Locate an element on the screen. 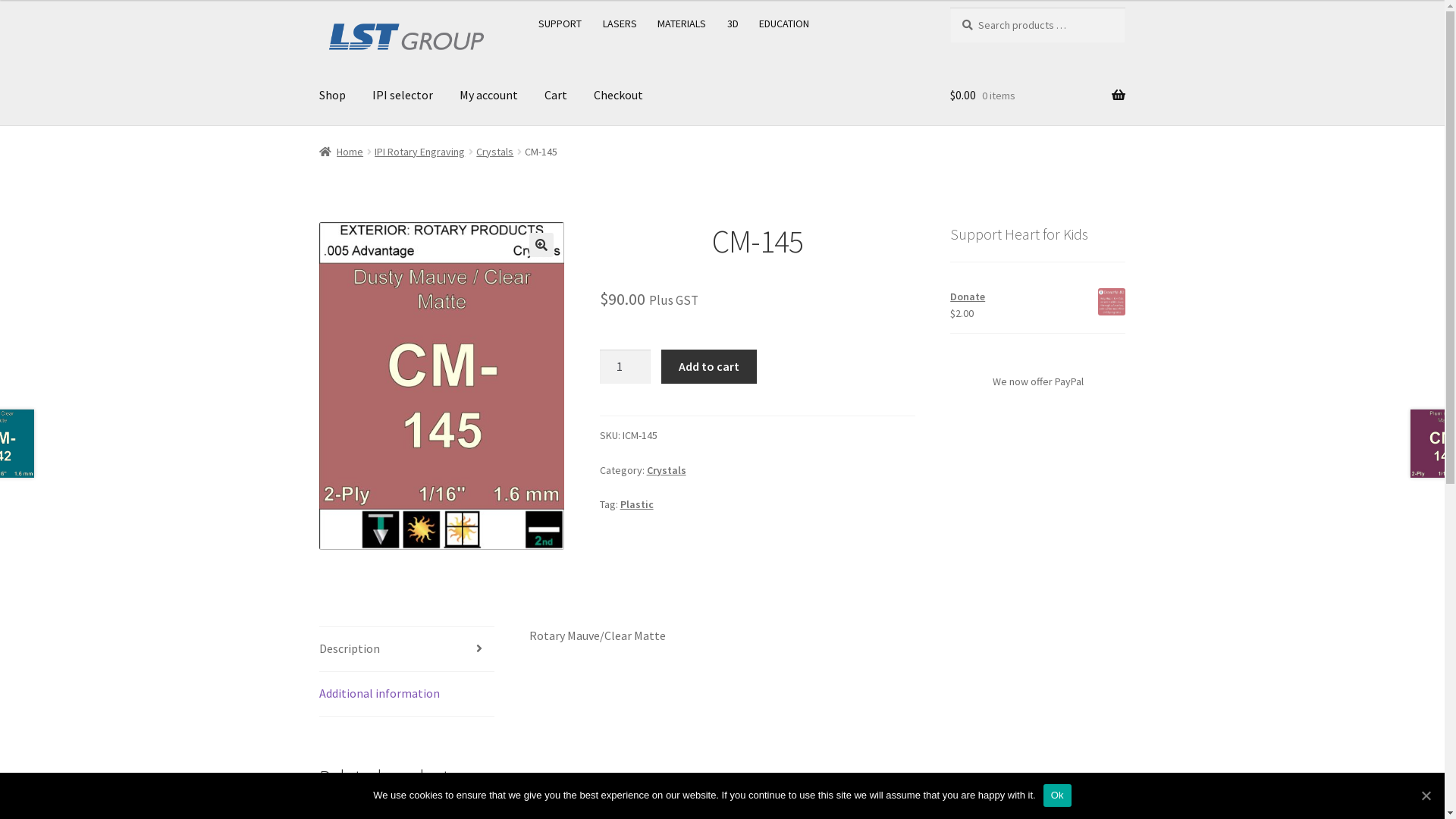  'Skip to navigation' is located at coordinates (318, 7).